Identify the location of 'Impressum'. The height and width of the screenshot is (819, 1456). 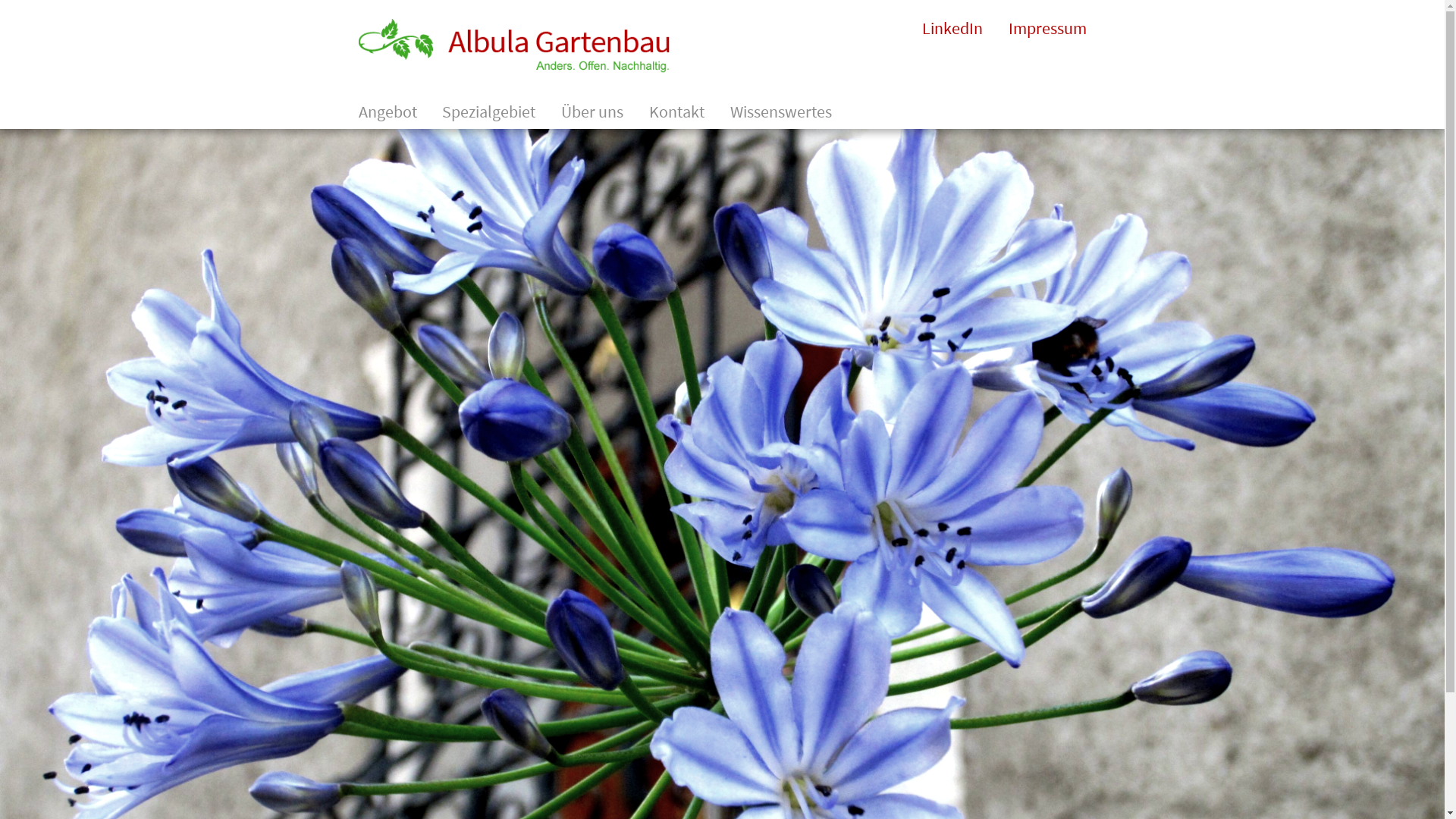
(1046, 28).